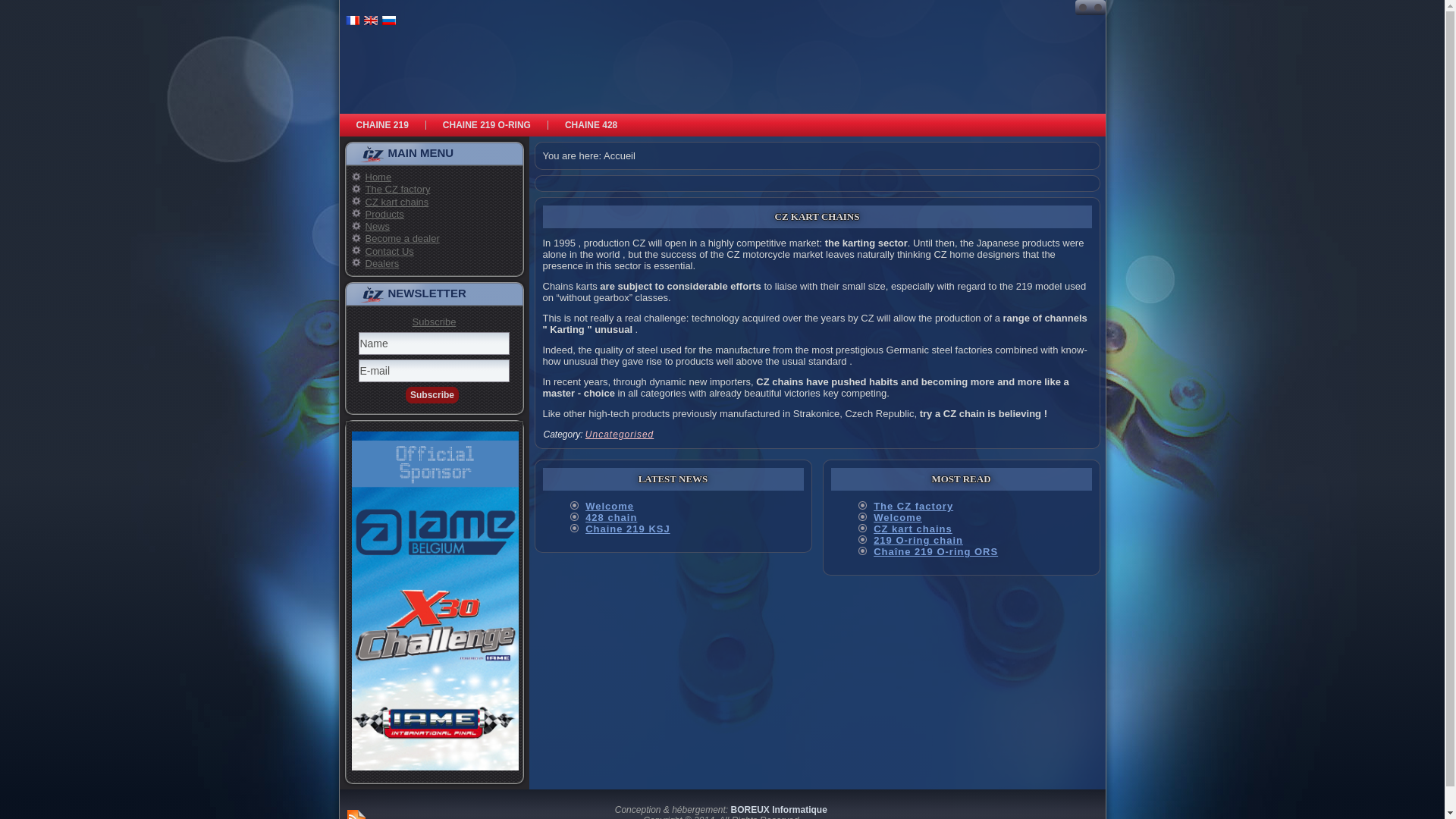  Describe the element at coordinates (378, 176) in the screenshot. I see `'Home'` at that location.